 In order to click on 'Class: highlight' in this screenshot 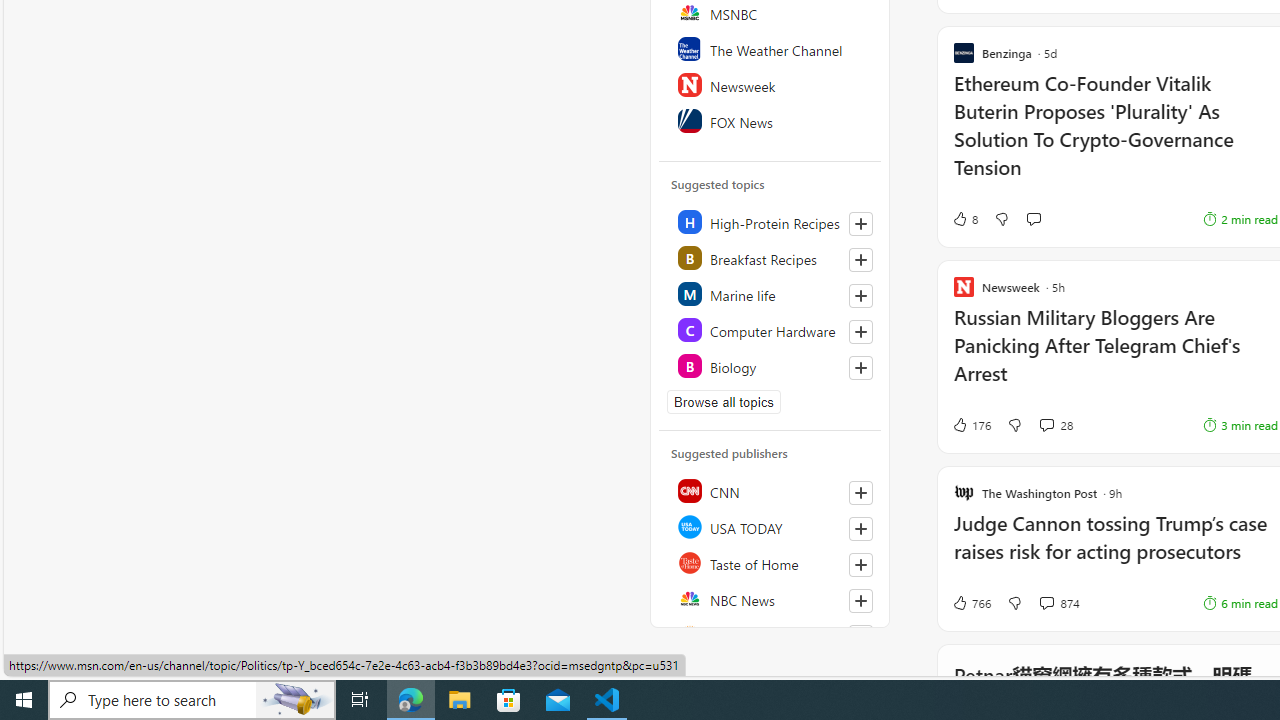, I will do `click(770, 366)`.